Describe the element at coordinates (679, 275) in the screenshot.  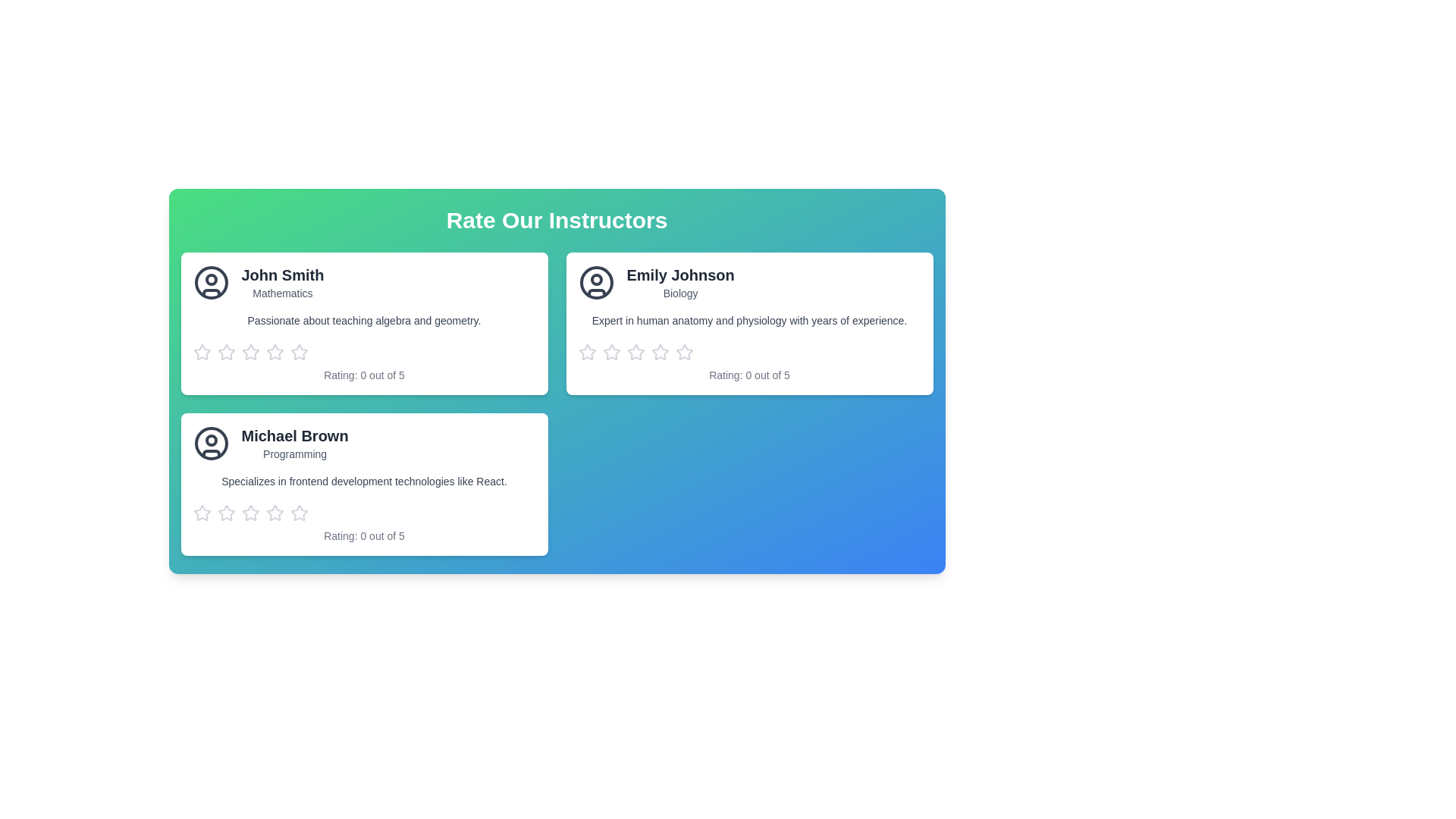
I see `the text element displaying 'Emily Johnson' which is the topmost text in the right profile card, positioned above 'Biology' and to the right of the person icon` at that location.